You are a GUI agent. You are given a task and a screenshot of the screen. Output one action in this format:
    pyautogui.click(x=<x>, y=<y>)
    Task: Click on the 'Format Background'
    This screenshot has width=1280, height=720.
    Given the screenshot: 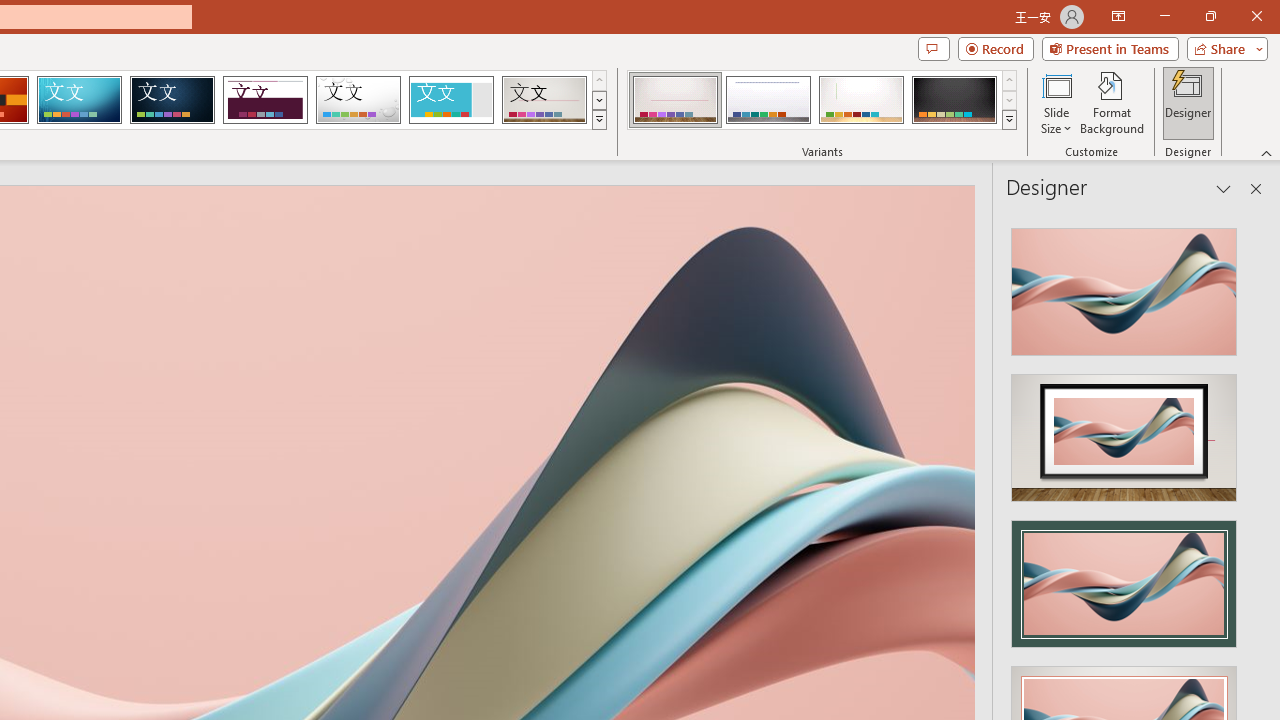 What is the action you would take?
    pyautogui.click(x=1111, y=103)
    